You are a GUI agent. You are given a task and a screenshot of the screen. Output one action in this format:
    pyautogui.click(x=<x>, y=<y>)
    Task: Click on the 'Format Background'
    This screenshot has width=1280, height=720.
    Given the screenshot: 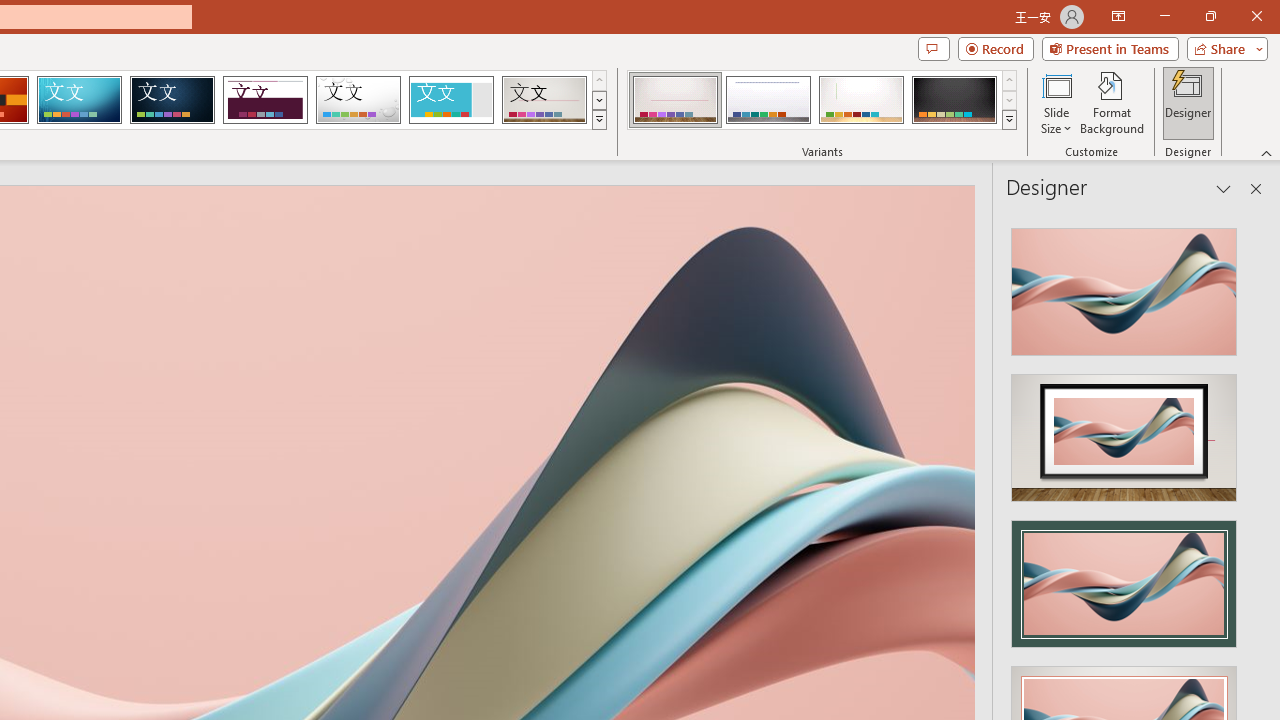 What is the action you would take?
    pyautogui.click(x=1111, y=103)
    